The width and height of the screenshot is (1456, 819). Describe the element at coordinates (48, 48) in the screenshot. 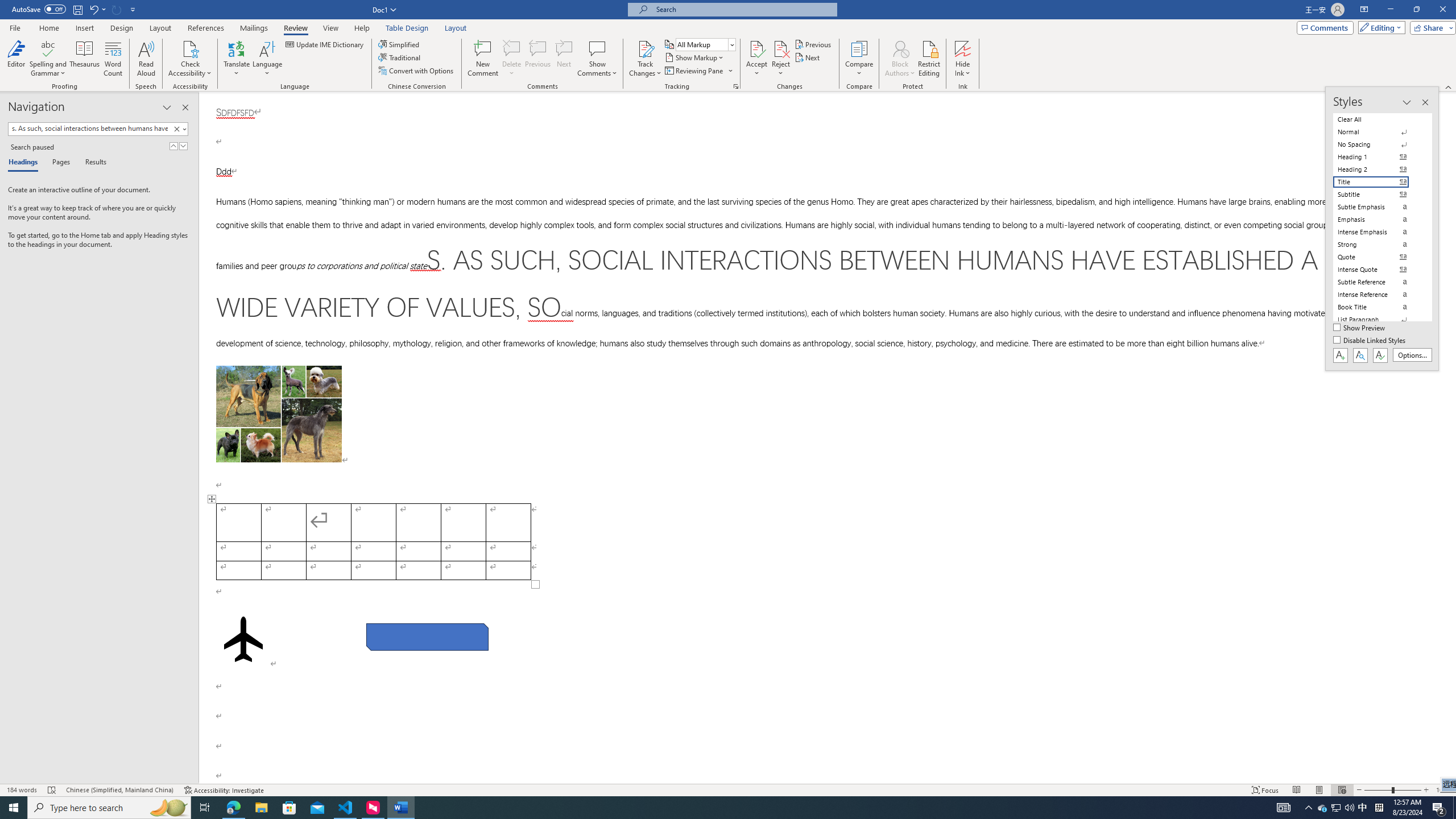

I see `'Spelling and Grammar'` at that location.